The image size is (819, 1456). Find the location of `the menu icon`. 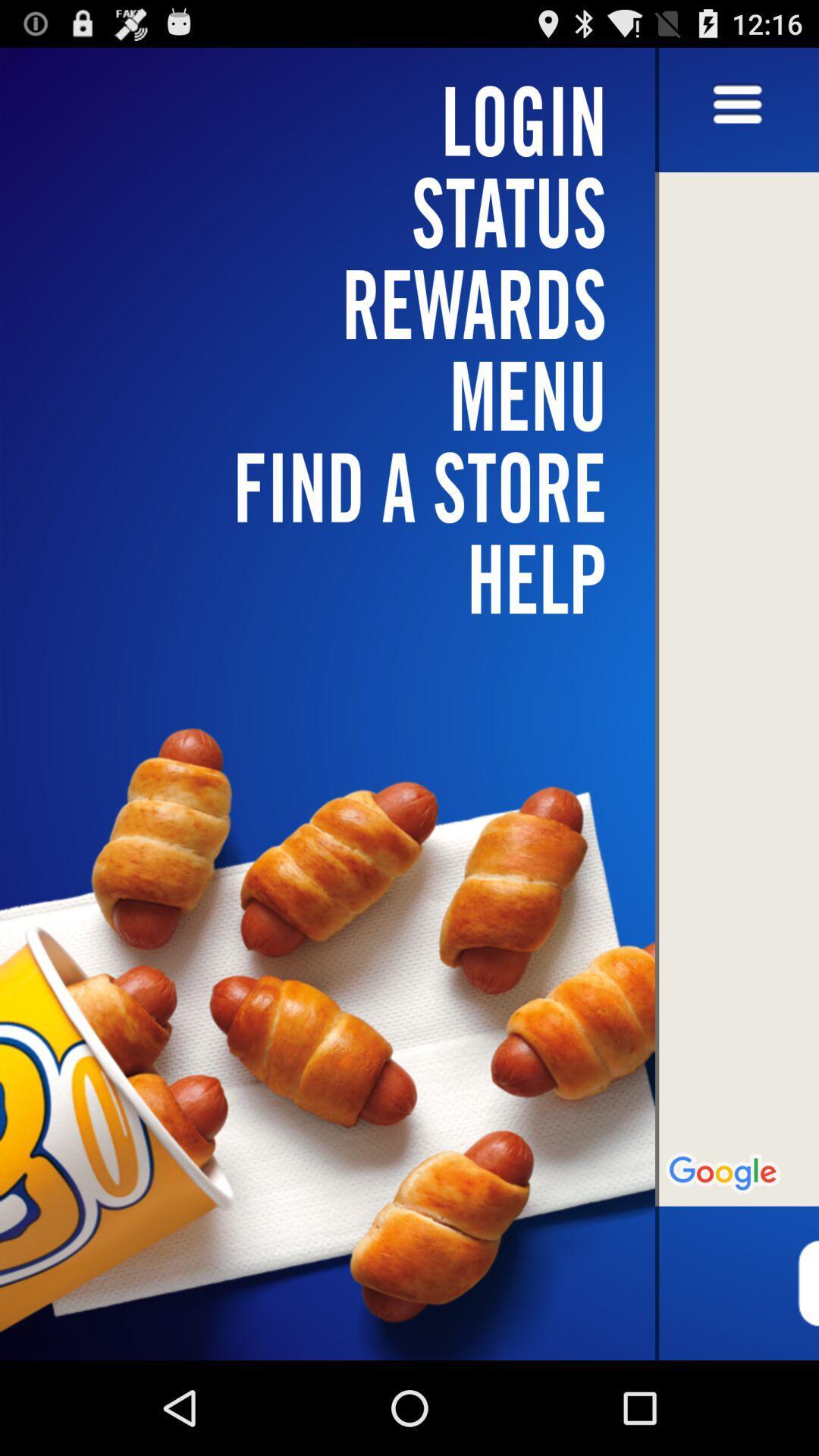

the menu icon is located at coordinates (736, 112).